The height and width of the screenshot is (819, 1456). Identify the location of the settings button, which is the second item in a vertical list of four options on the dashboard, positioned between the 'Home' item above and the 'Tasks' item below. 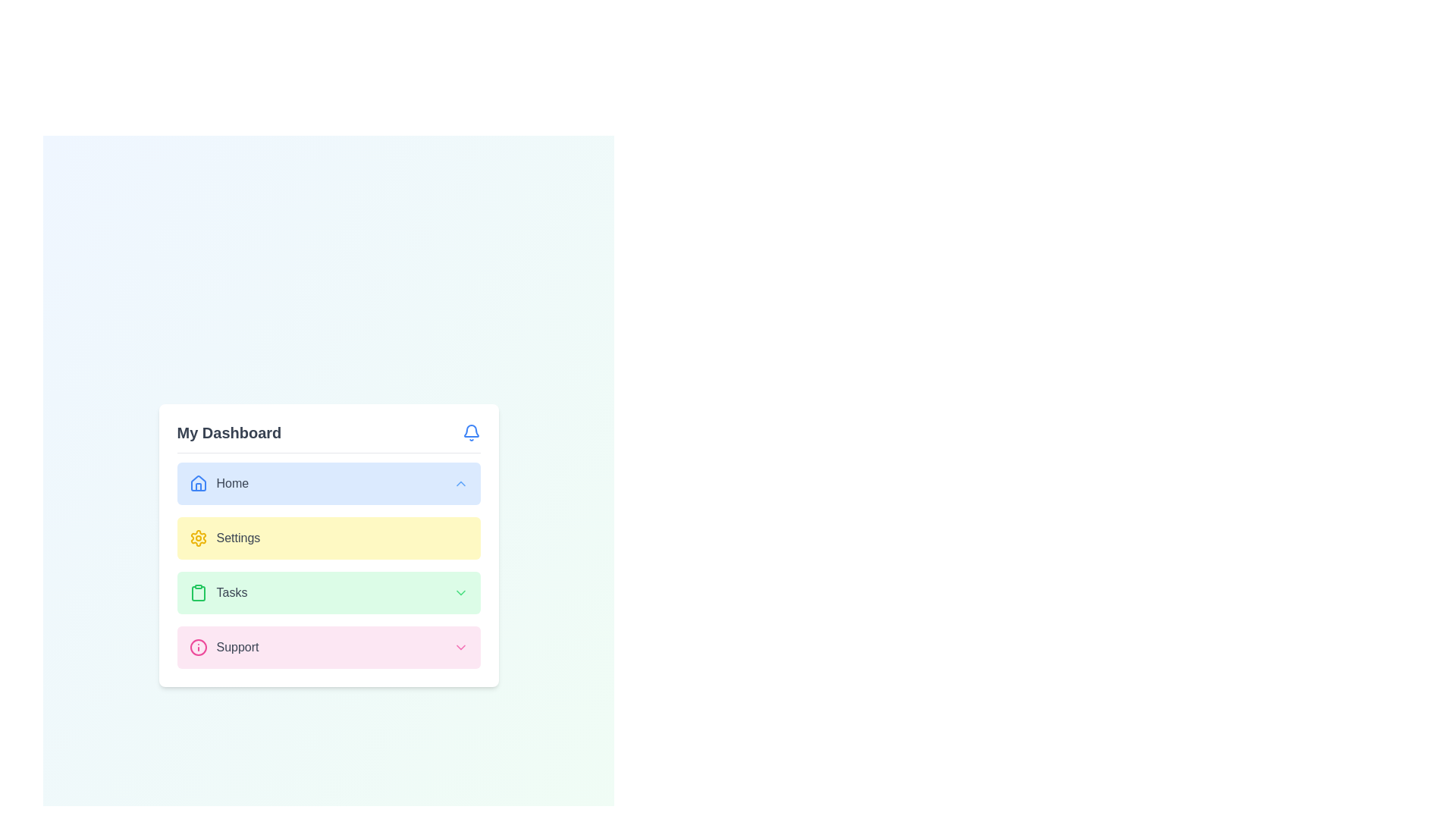
(328, 544).